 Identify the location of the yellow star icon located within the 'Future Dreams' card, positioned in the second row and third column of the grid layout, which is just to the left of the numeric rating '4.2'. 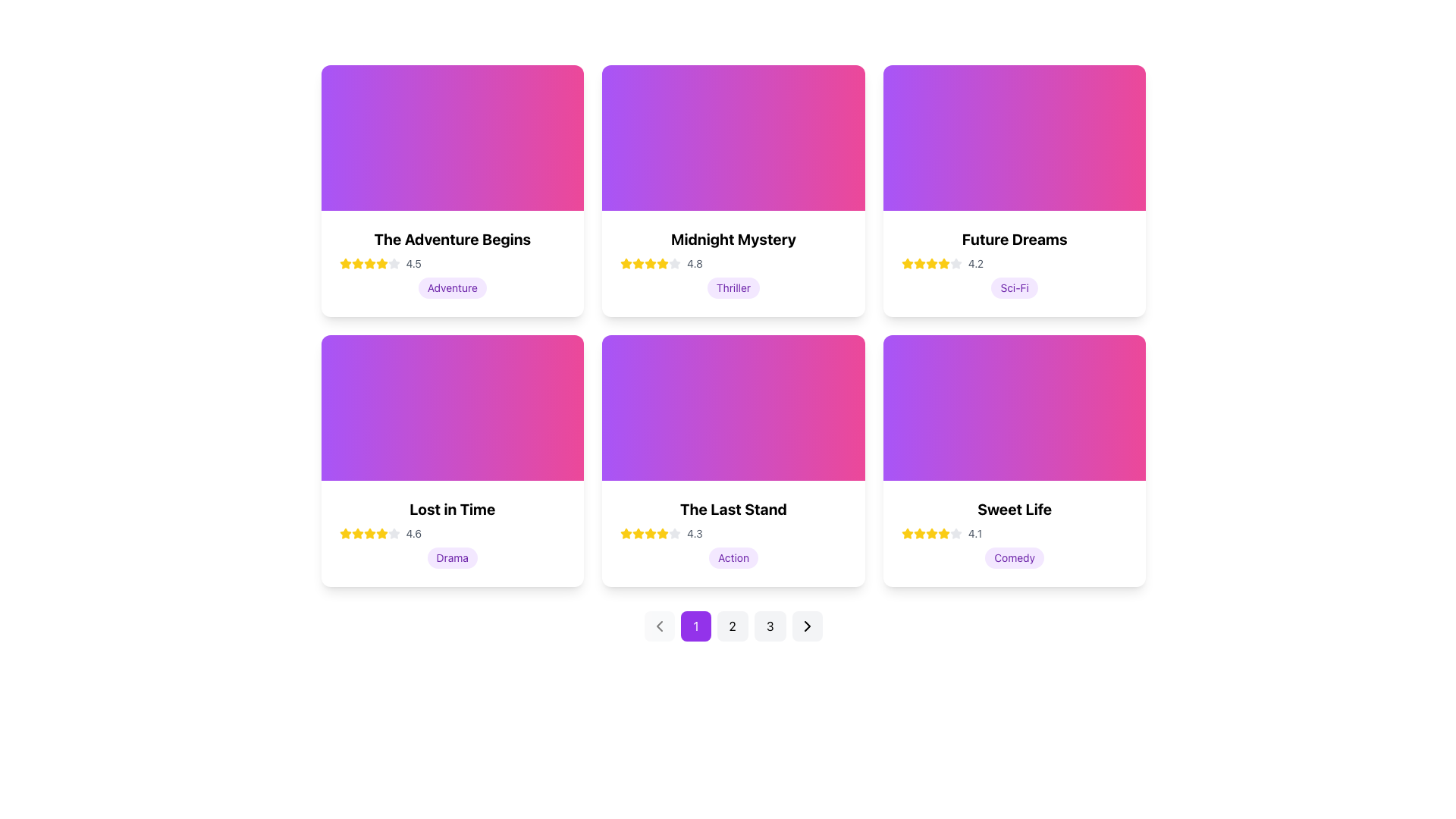
(907, 262).